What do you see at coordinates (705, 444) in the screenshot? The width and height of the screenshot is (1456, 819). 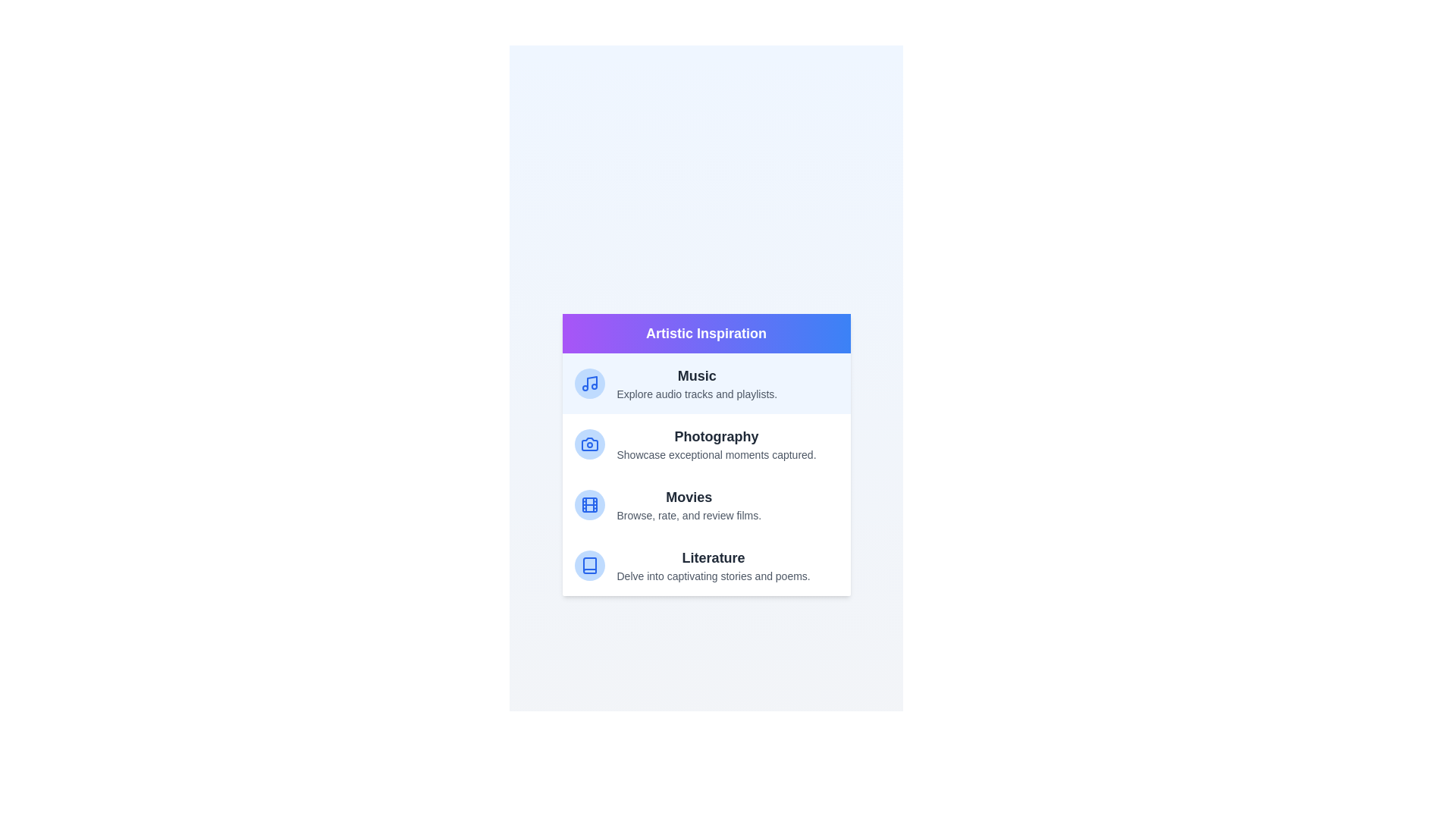 I see `the category Photography to read its description` at bounding box center [705, 444].